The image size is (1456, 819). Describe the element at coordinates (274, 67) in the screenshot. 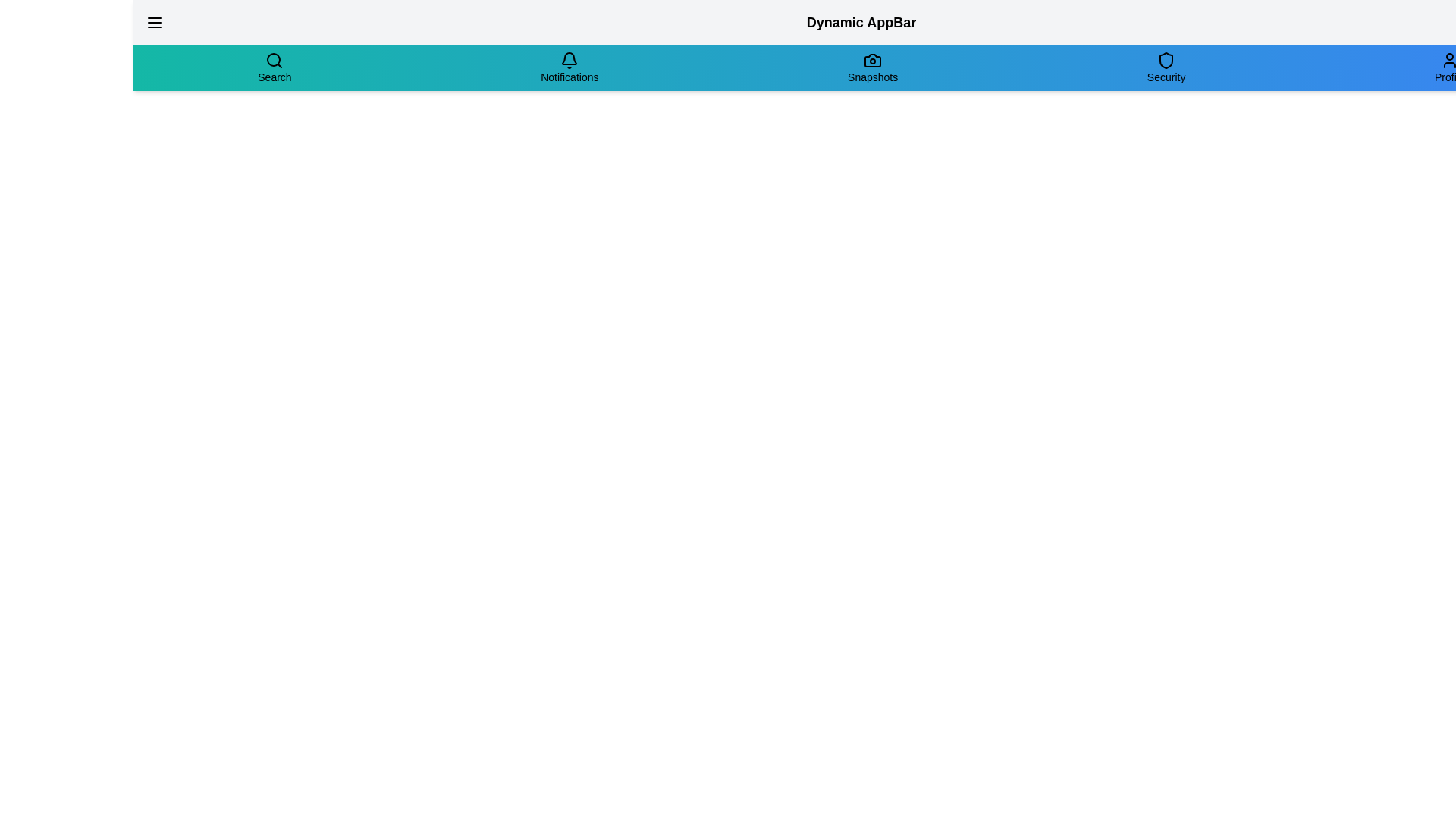

I see `the navigation item labeled Search` at that location.